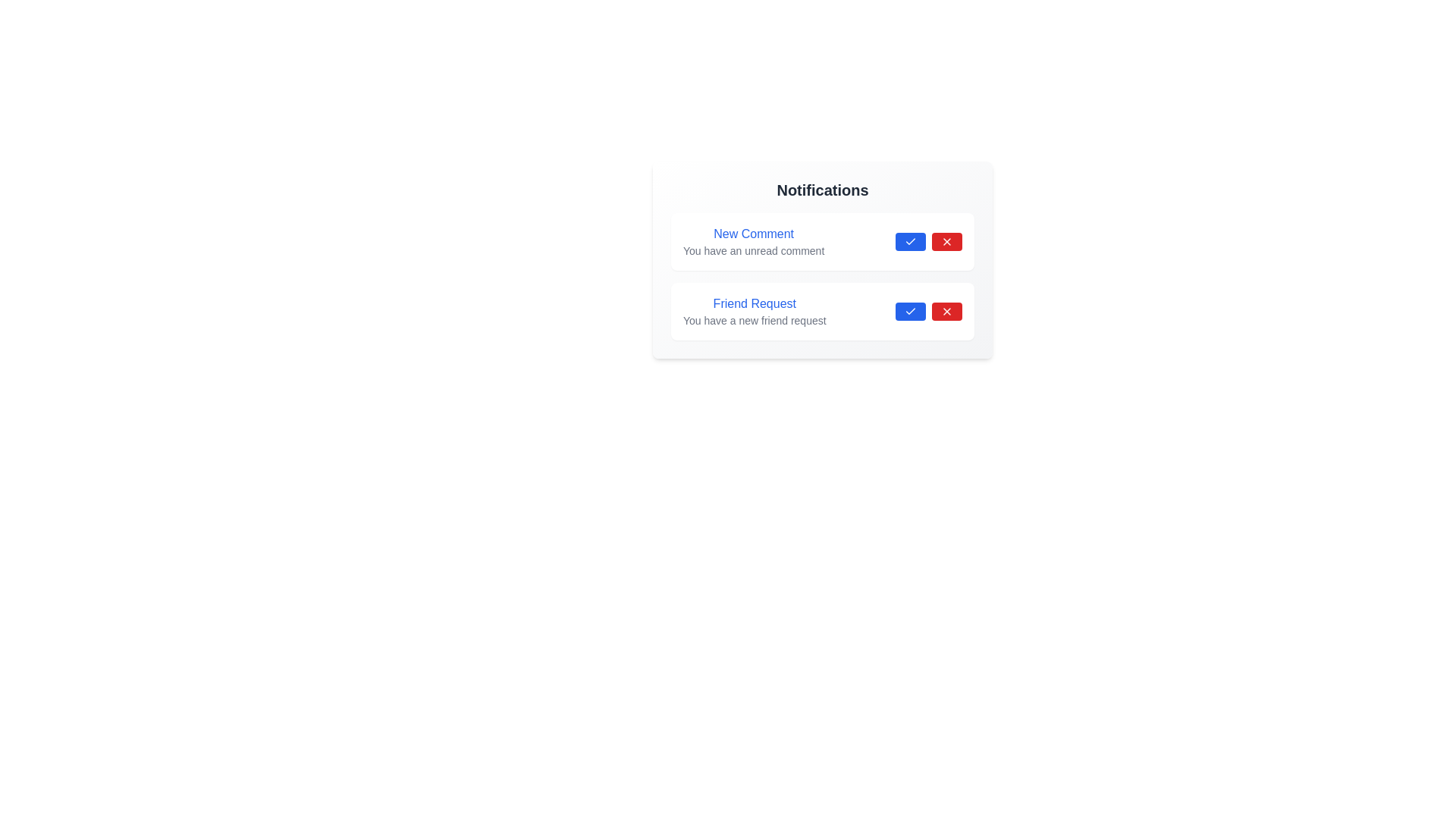 The width and height of the screenshot is (1456, 819). Describe the element at coordinates (946, 311) in the screenshot. I see `the dismiss/reject button located in the bottom-right position of the notification card labeled 'Friend Request'` at that location.